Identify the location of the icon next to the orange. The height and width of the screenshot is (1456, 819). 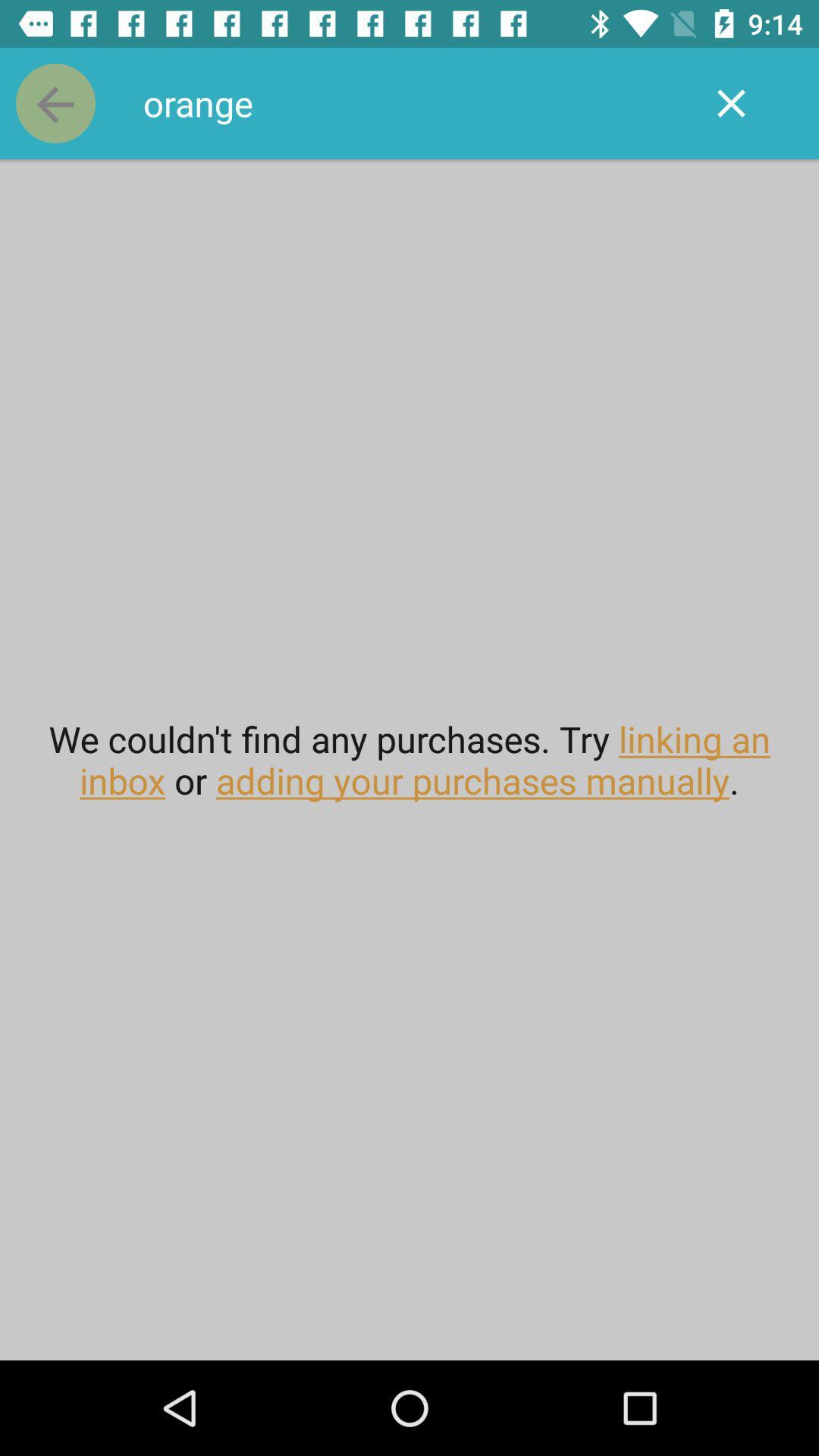
(55, 102).